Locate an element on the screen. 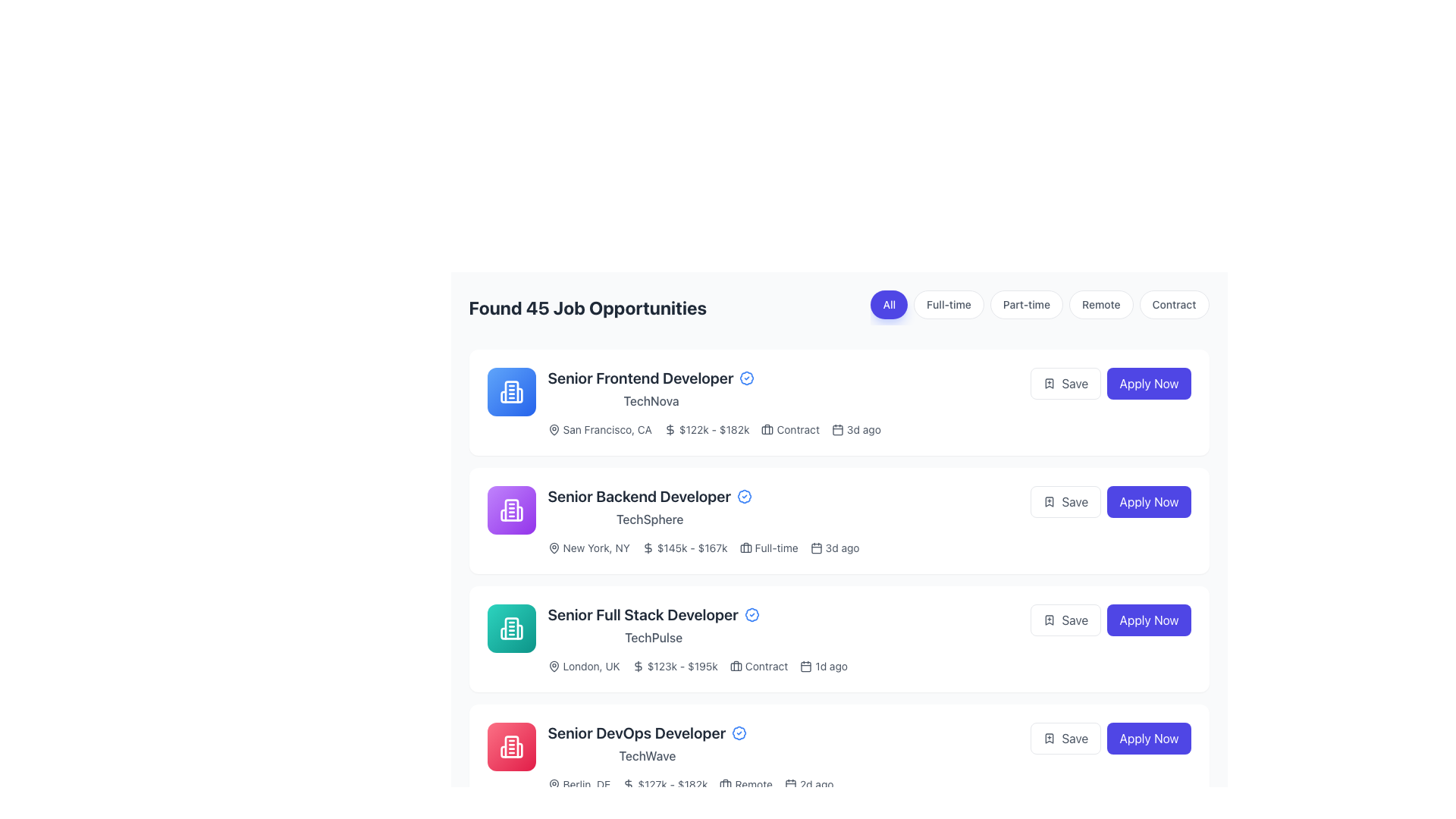  the text label displaying 'TechNova' located beneath the 'Senior Frontend Developer' title in the first job opportunity card is located at coordinates (651, 400).